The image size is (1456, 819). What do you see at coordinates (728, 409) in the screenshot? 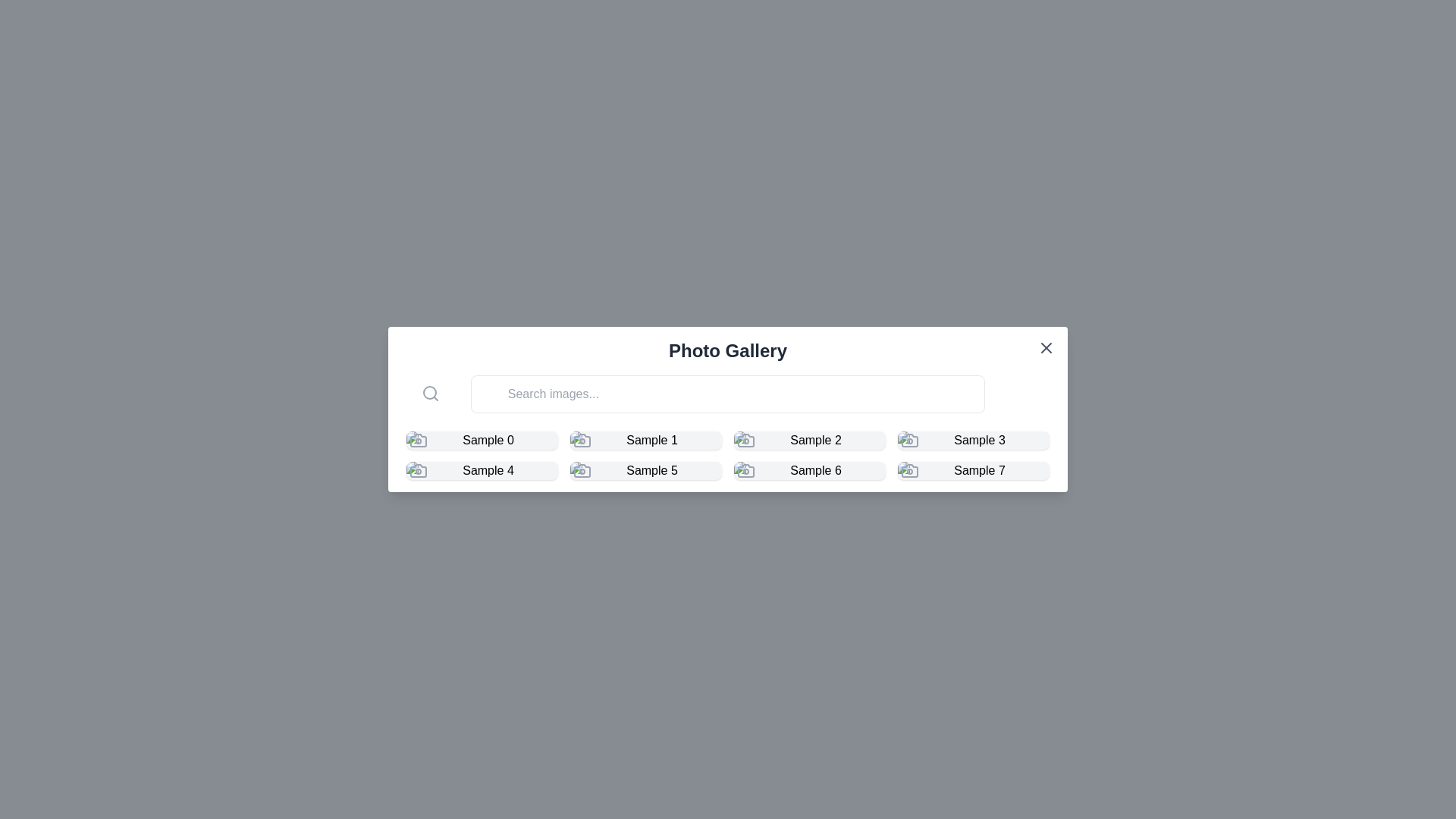
I see `the input field of the photo gallery modal window to type a search query` at bounding box center [728, 409].